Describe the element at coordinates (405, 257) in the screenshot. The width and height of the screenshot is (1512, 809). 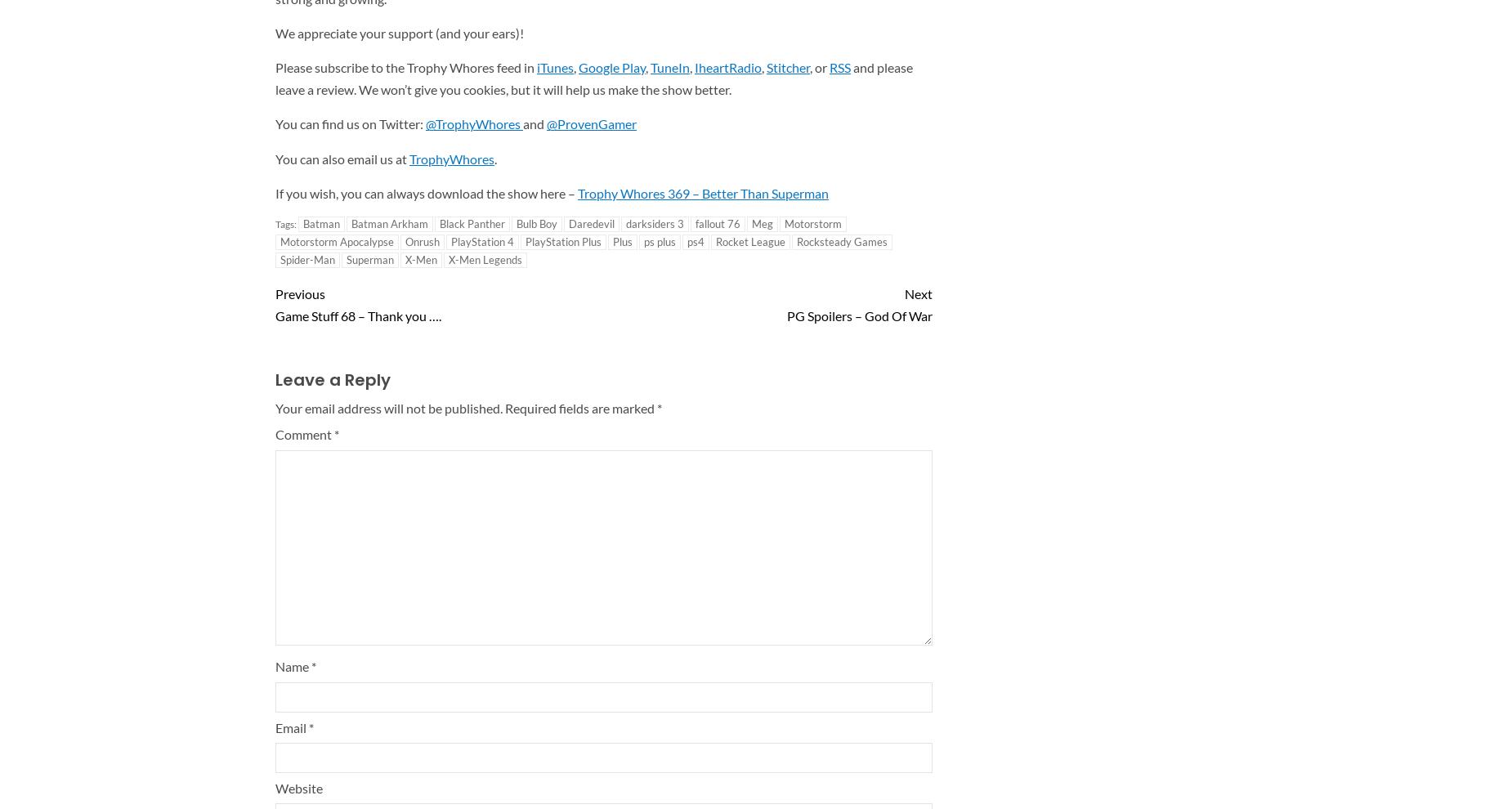
I see `'X-Men'` at that location.